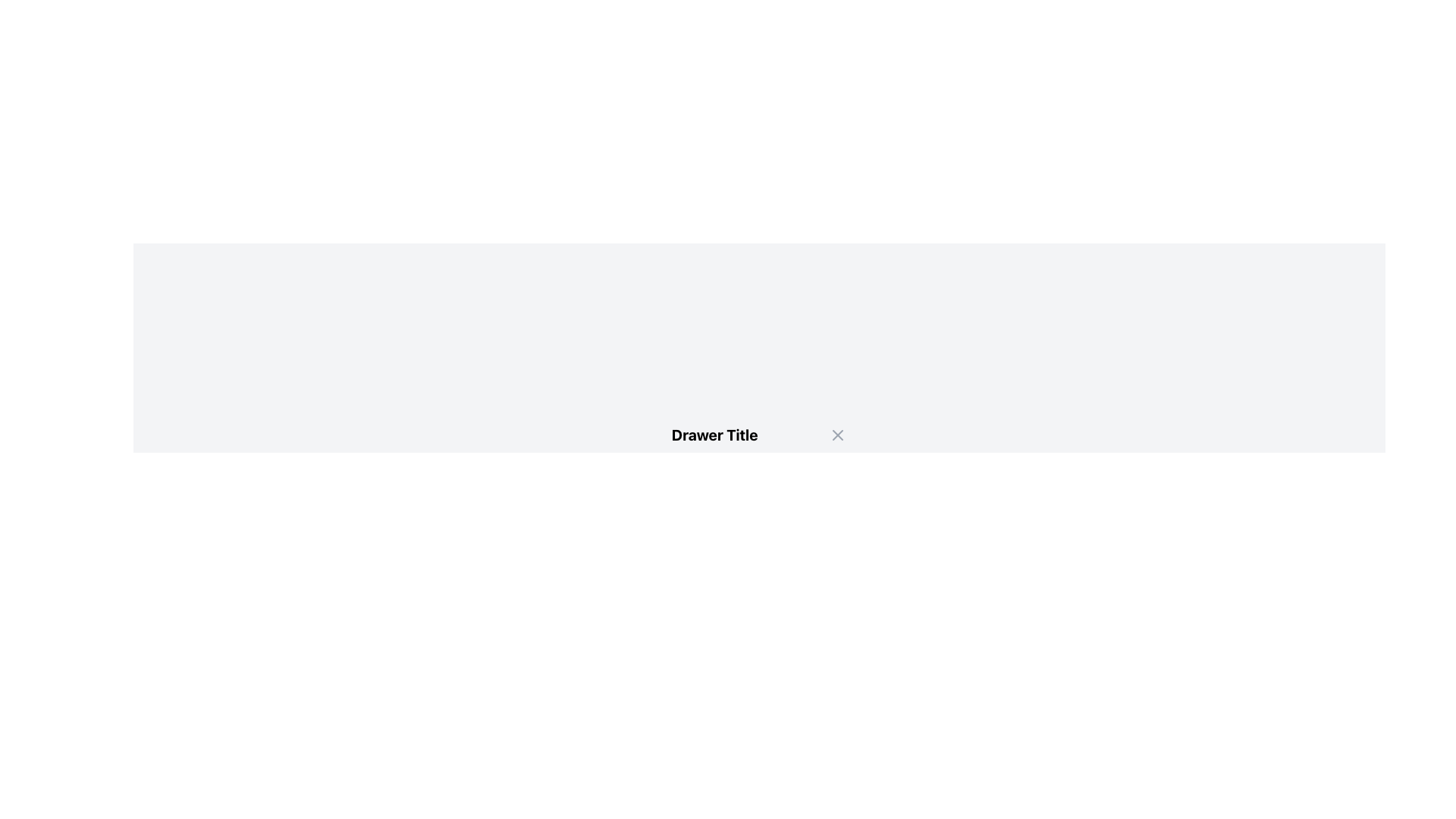  What do you see at coordinates (837, 435) in the screenshot?
I see `the close icon represented by an 'X' in the bottom-right corner of the toolbar next to 'Drawer Title'` at bounding box center [837, 435].